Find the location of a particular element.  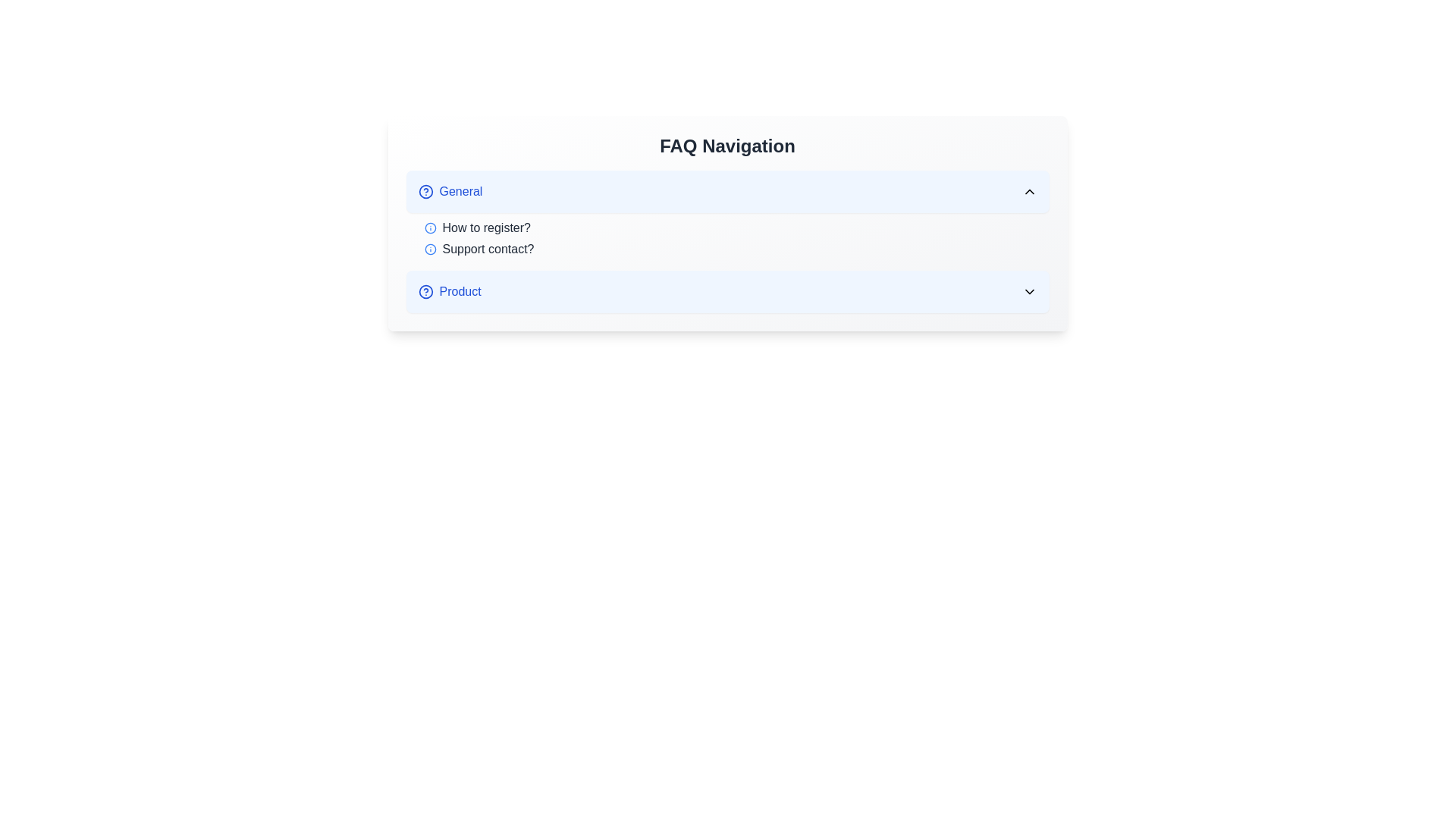

the SVG Circle element that is white with a blue stroke, located in the FAQ section next to the 'General' text is located at coordinates (425, 191).